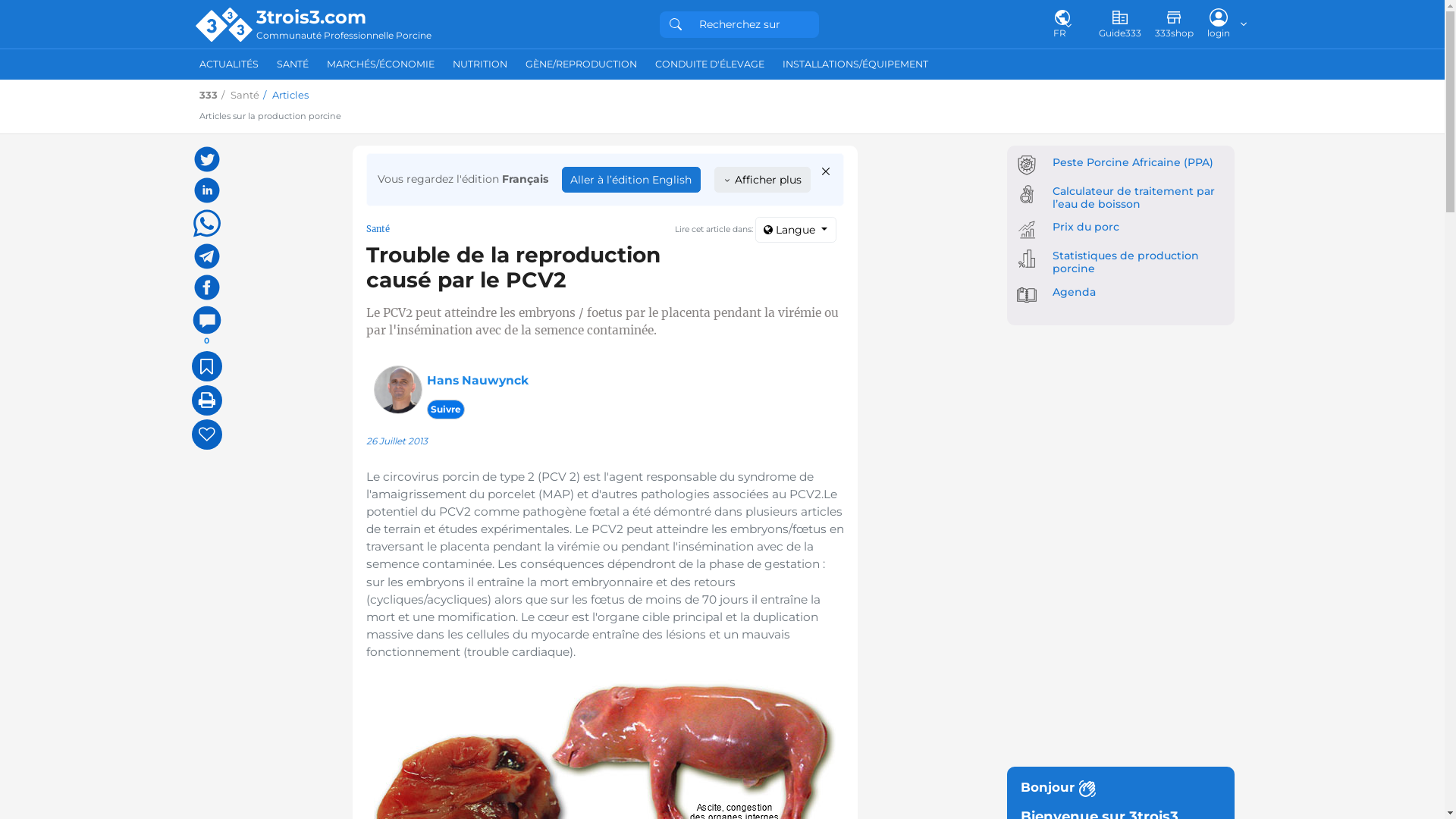 This screenshot has width=1456, height=819. What do you see at coordinates (1073, 292) in the screenshot?
I see `'Agenda'` at bounding box center [1073, 292].